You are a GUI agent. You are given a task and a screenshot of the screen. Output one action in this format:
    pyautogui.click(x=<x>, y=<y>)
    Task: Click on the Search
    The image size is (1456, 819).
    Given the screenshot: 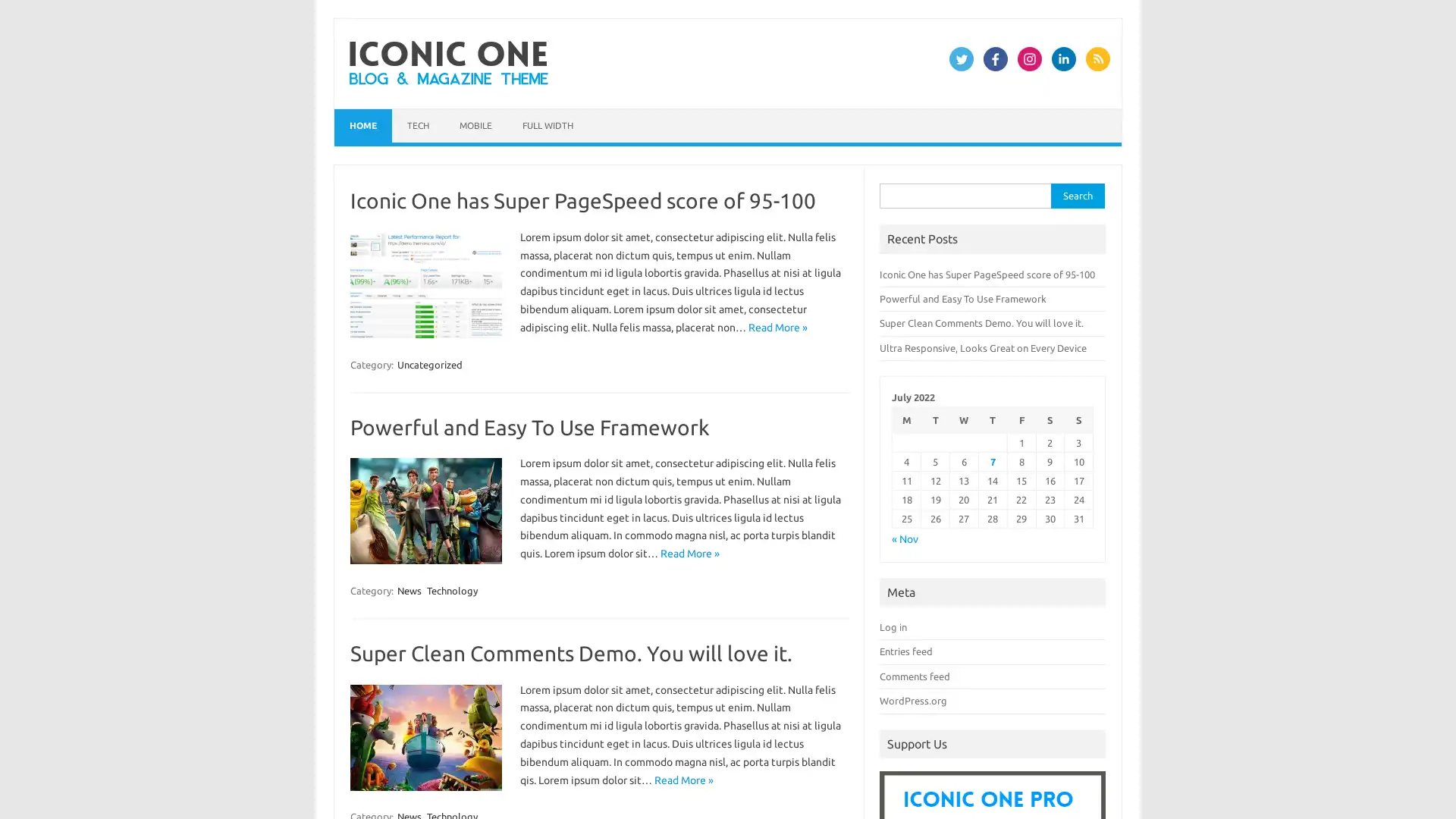 What is the action you would take?
    pyautogui.click(x=1076, y=195)
    